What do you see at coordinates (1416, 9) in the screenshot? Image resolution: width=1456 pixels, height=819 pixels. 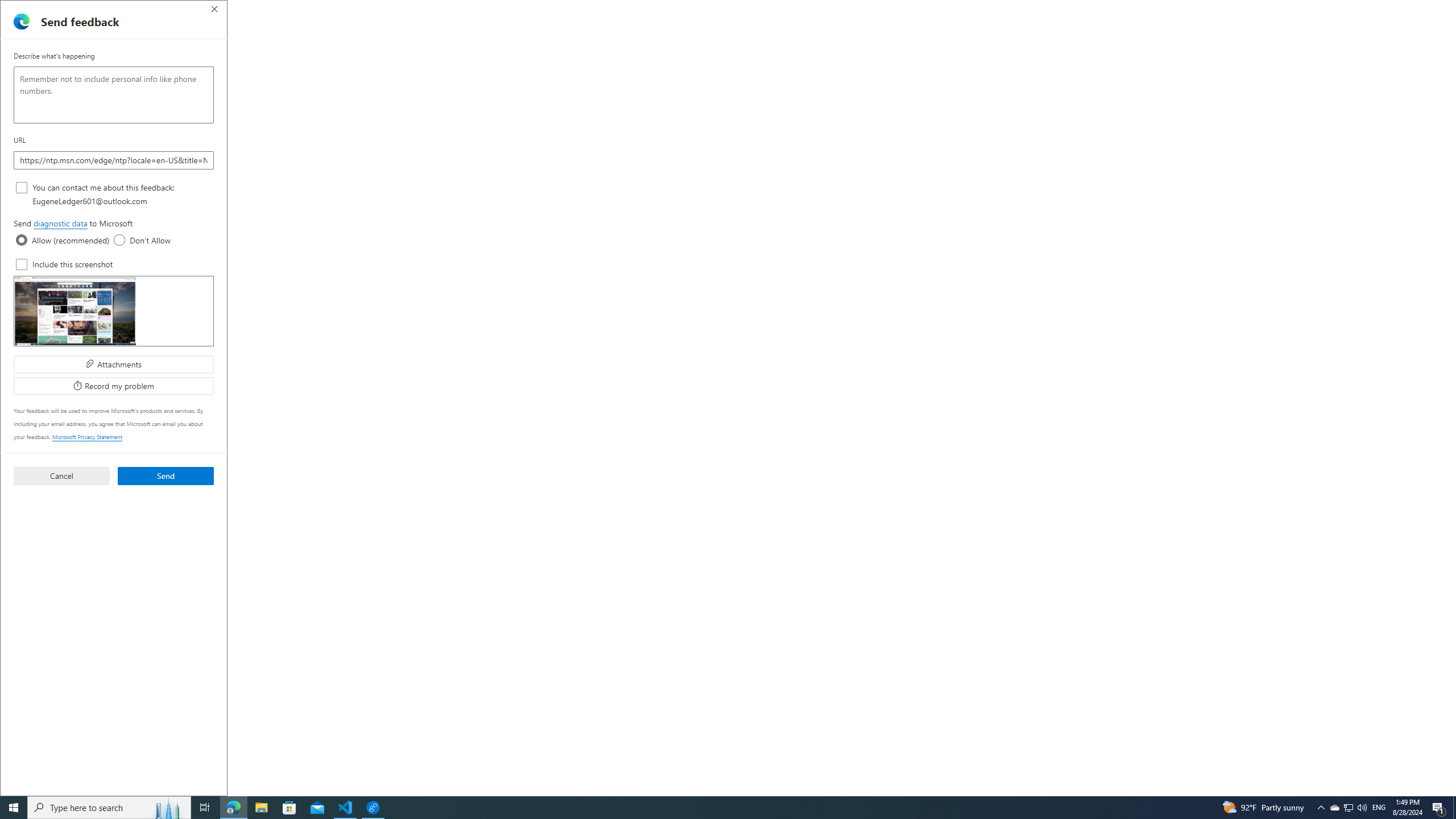 I see `'Restore'` at bounding box center [1416, 9].